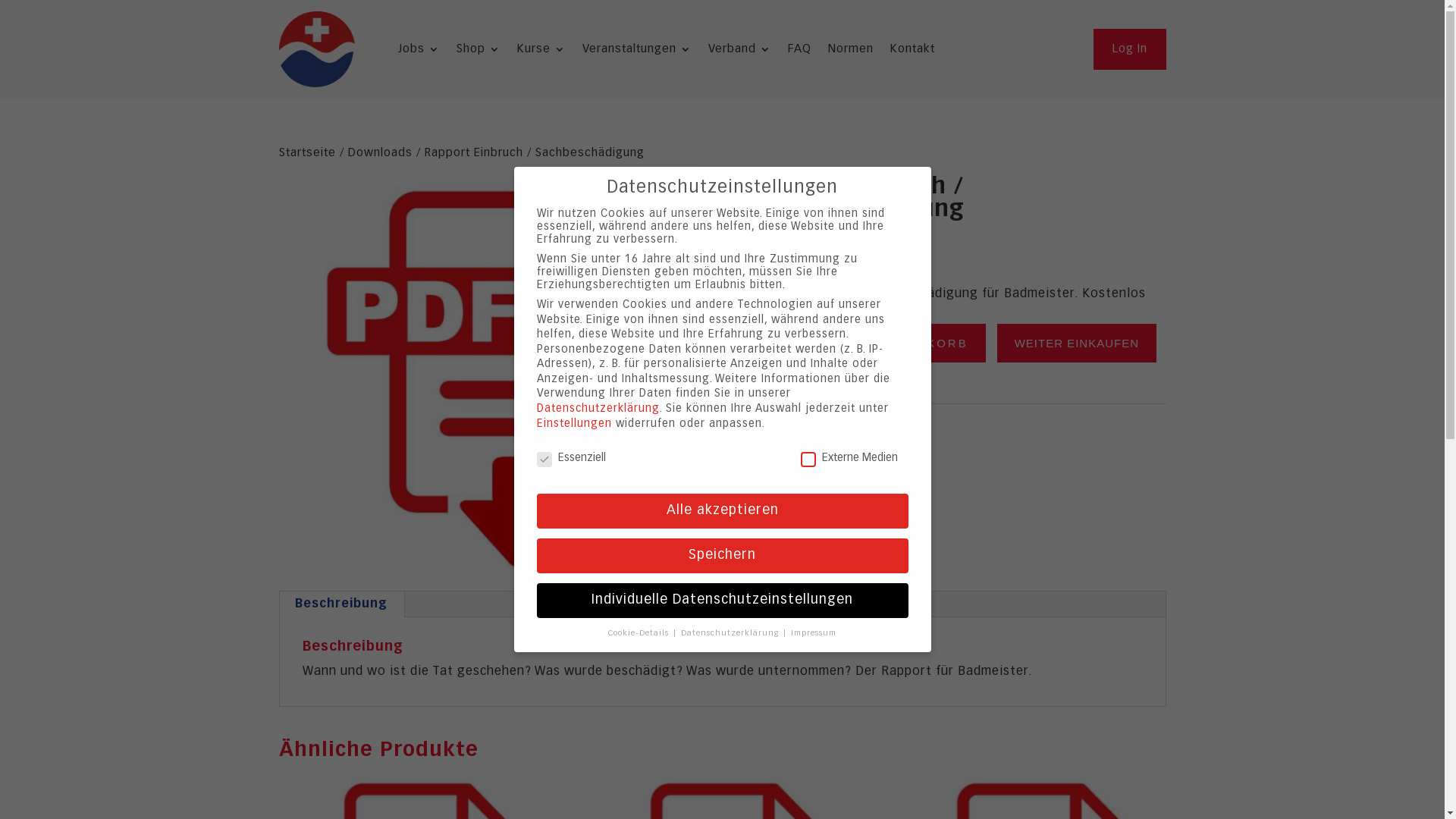 The height and width of the screenshot is (819, 1456). Describe the element at coordinates (306, 152) in the screenshot. I see `'Startseite'` at that location.